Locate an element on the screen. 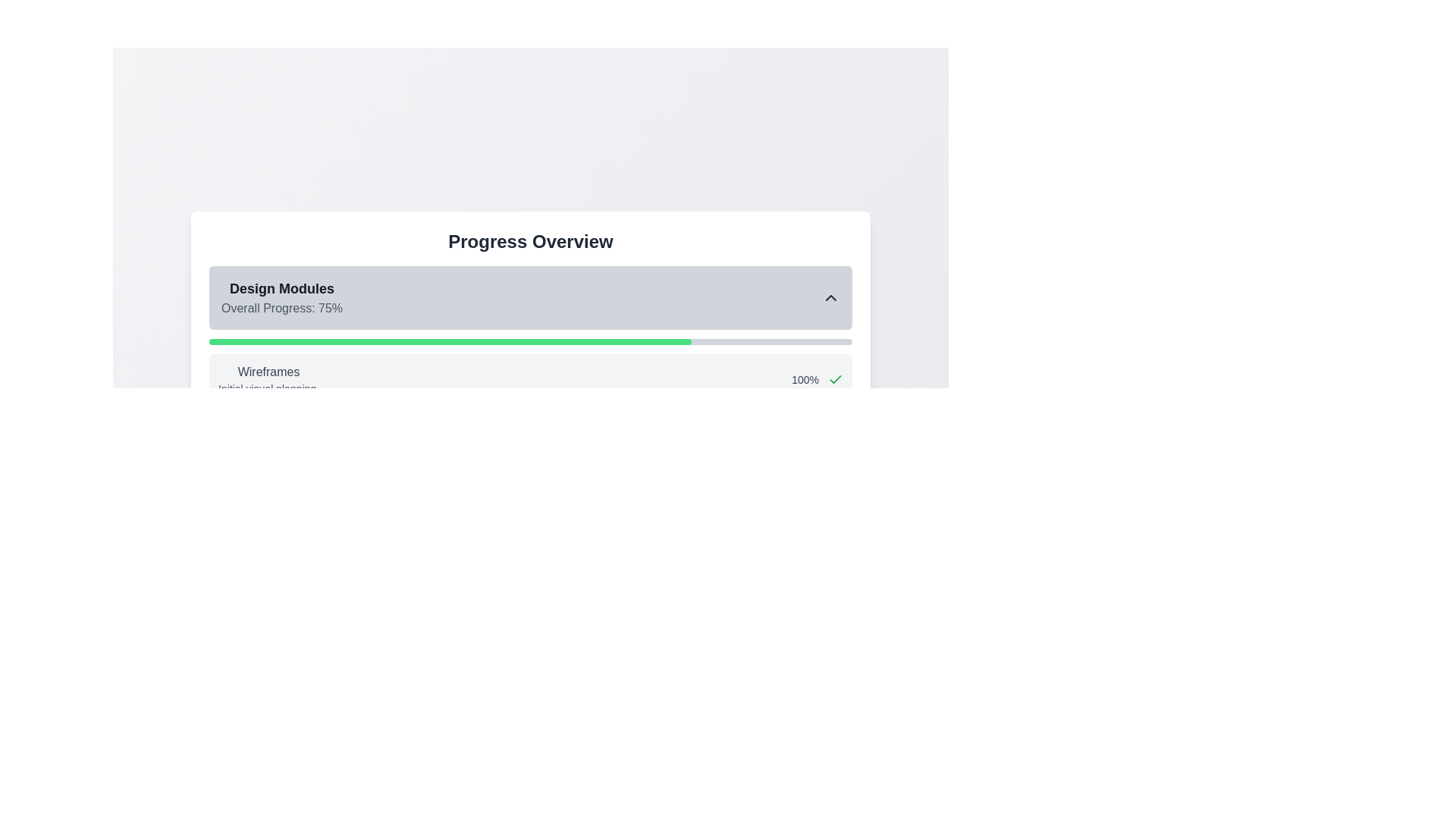  the sub-segments of the 'Design Modules' progress tracker is located at coordinates (531, 365).